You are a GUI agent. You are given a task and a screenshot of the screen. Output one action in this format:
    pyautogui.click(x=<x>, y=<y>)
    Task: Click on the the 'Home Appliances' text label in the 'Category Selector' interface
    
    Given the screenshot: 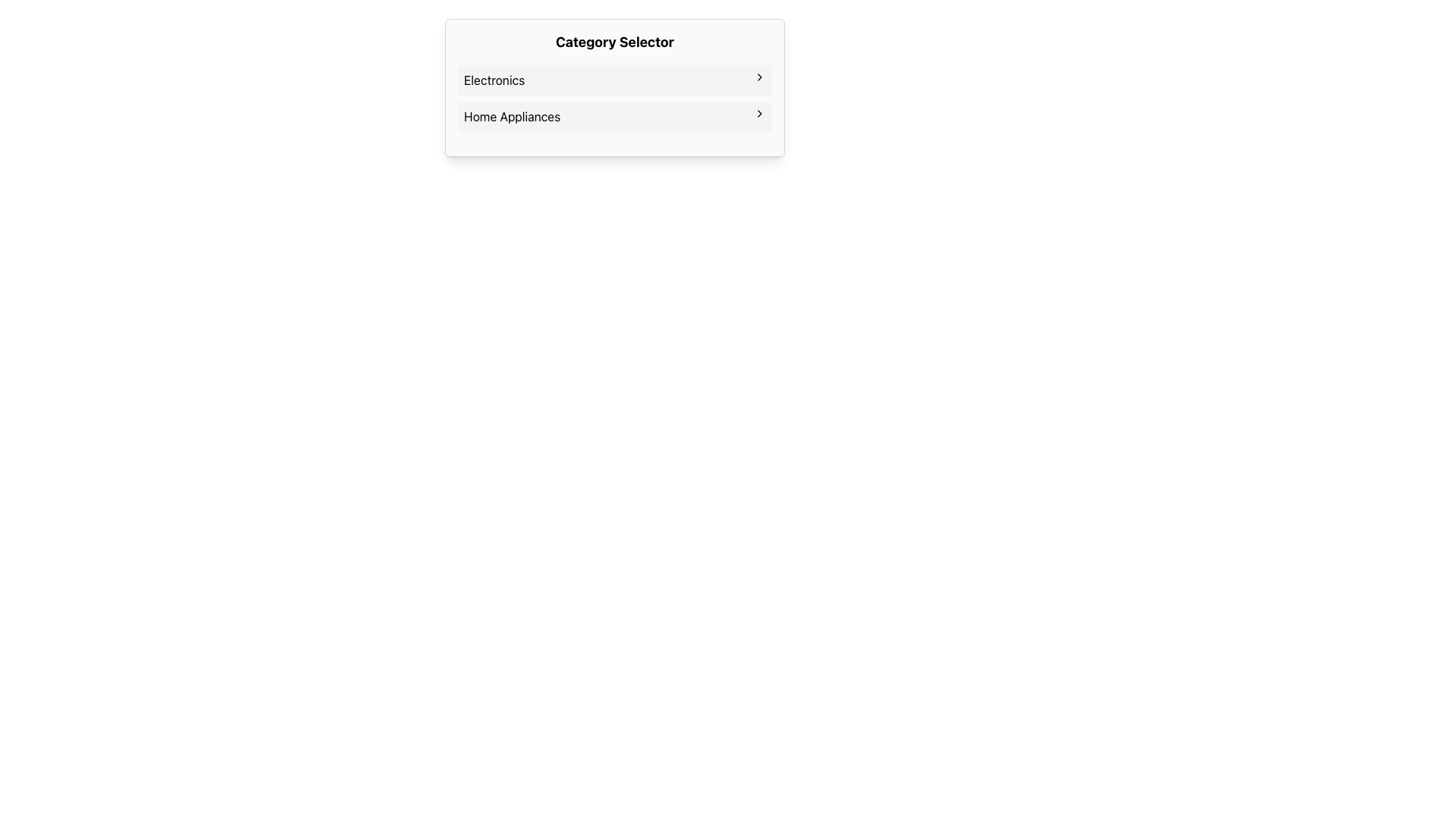 What is the action you would take?
    pyautogui.click(x=512, y=116)
    